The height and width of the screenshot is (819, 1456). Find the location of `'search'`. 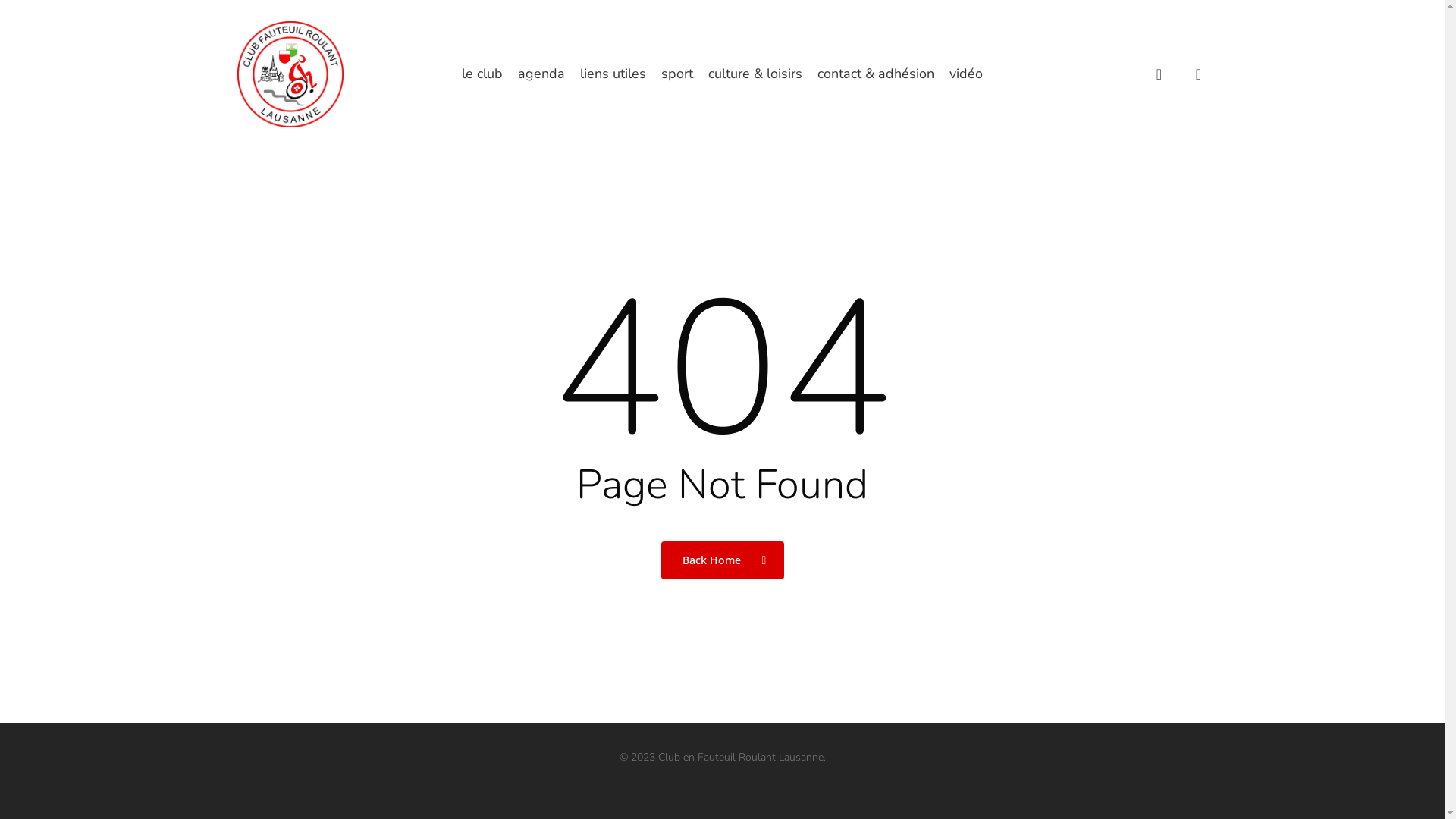

'search' is located at coordinates (1157, 74).